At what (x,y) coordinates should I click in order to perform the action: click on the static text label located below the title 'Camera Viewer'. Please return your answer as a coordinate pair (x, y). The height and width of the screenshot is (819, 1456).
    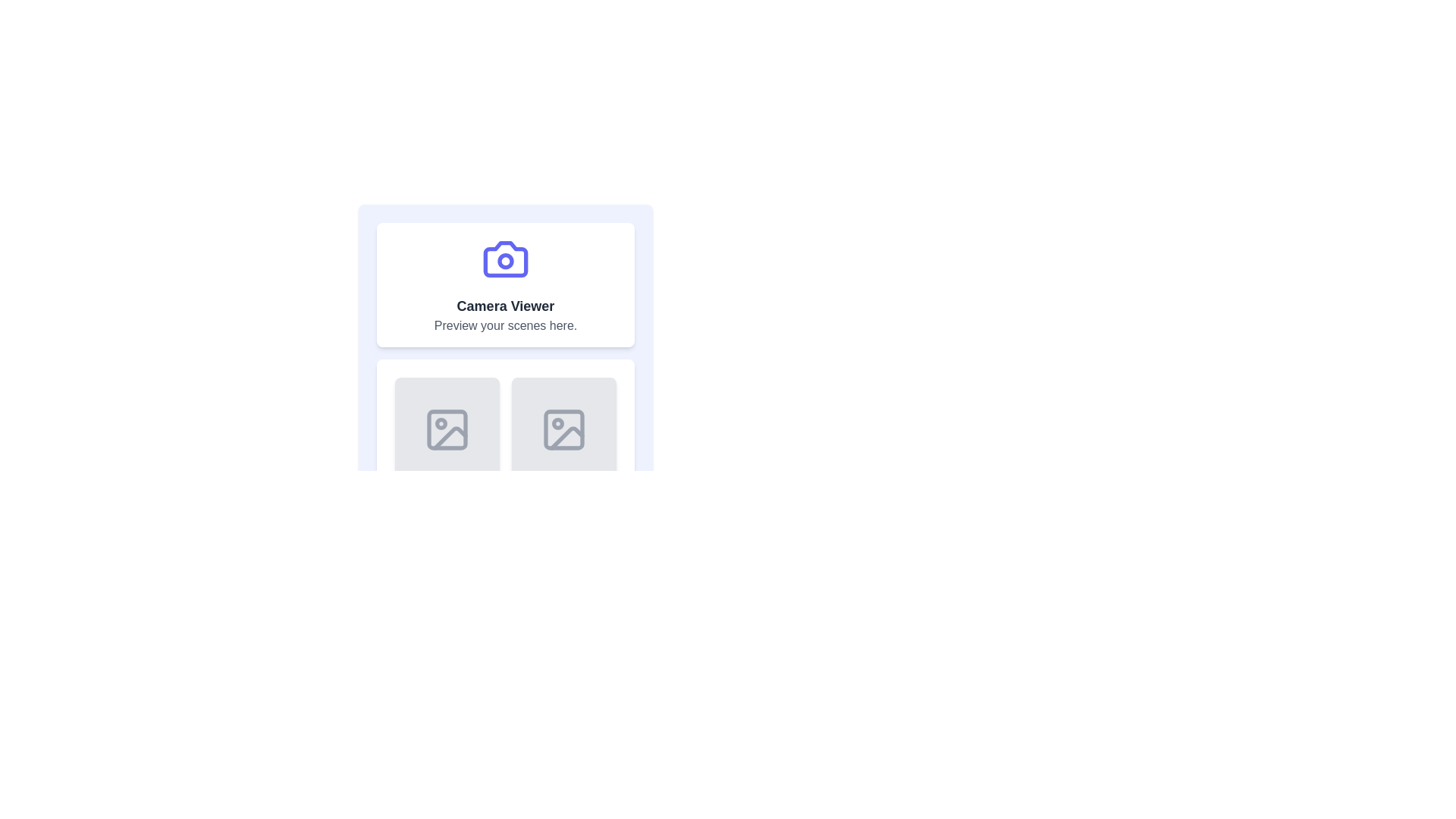
    Looking at the image, I should click on (506, 325).